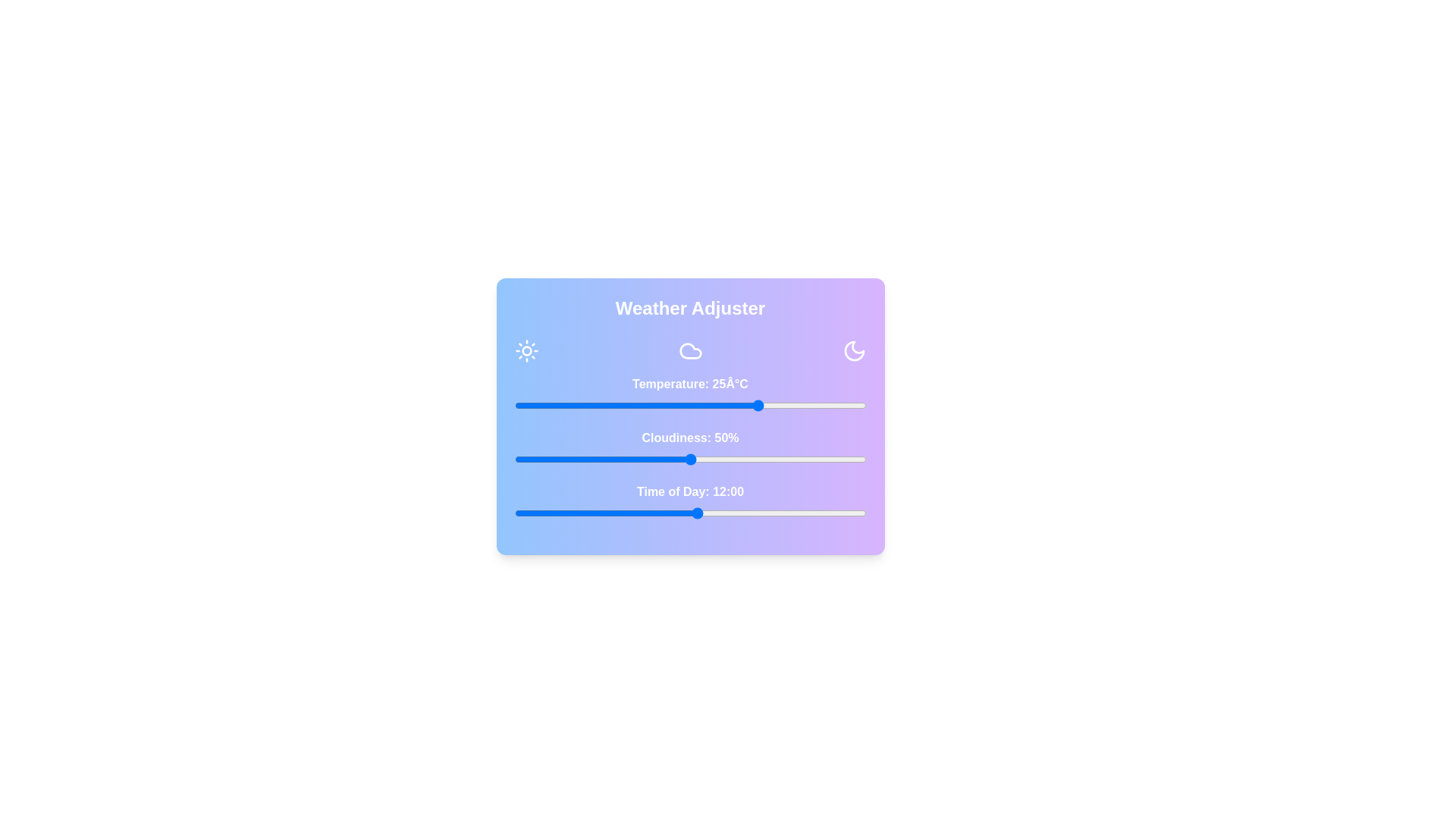 This screenshot has height=819, width=1456. I want to click on the slider control labeled 'Temperature: 25°C', so click(689, 395).